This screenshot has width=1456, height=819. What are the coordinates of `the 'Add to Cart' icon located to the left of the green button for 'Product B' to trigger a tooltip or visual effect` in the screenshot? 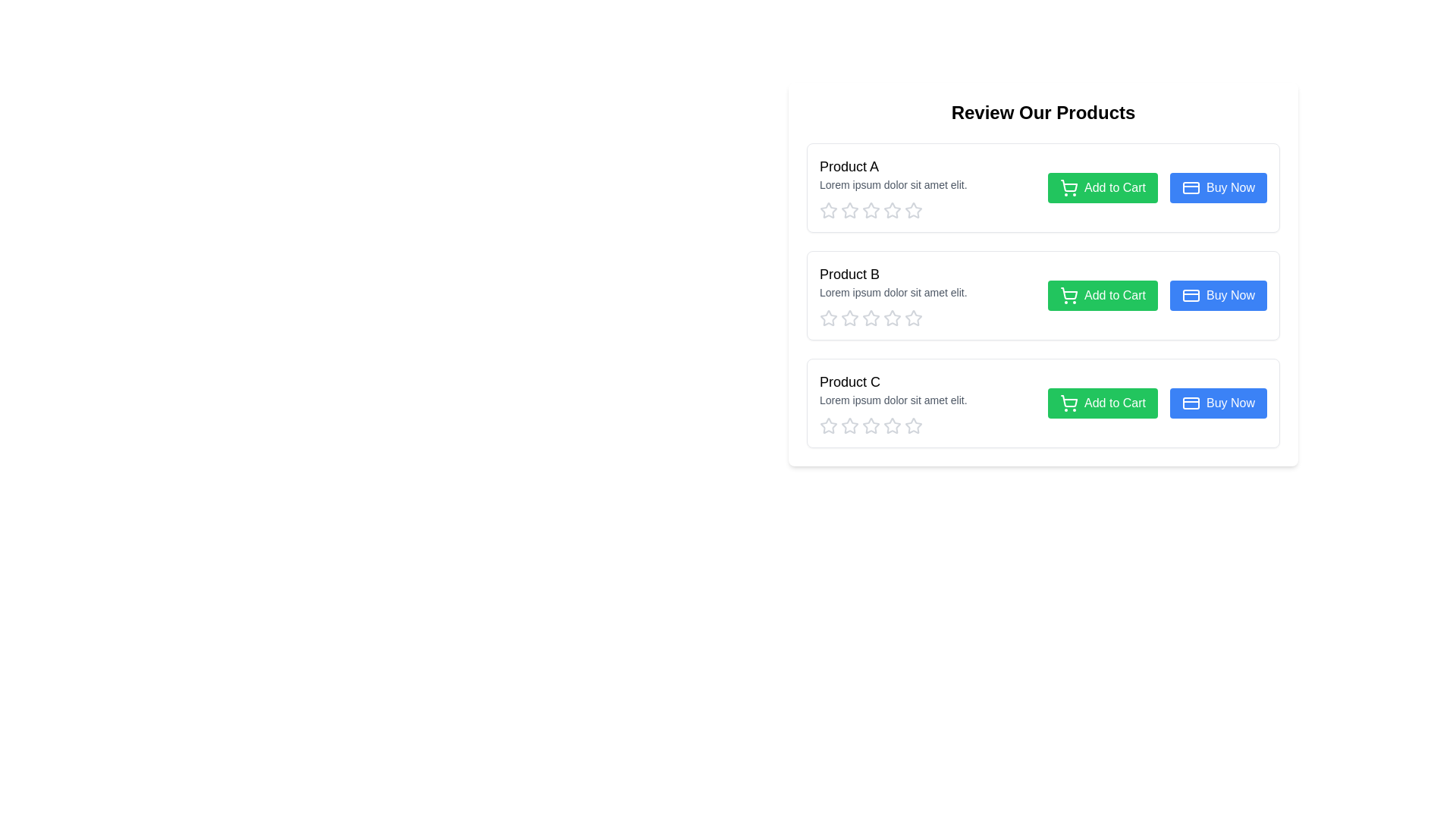 It's located at (1068, 295).